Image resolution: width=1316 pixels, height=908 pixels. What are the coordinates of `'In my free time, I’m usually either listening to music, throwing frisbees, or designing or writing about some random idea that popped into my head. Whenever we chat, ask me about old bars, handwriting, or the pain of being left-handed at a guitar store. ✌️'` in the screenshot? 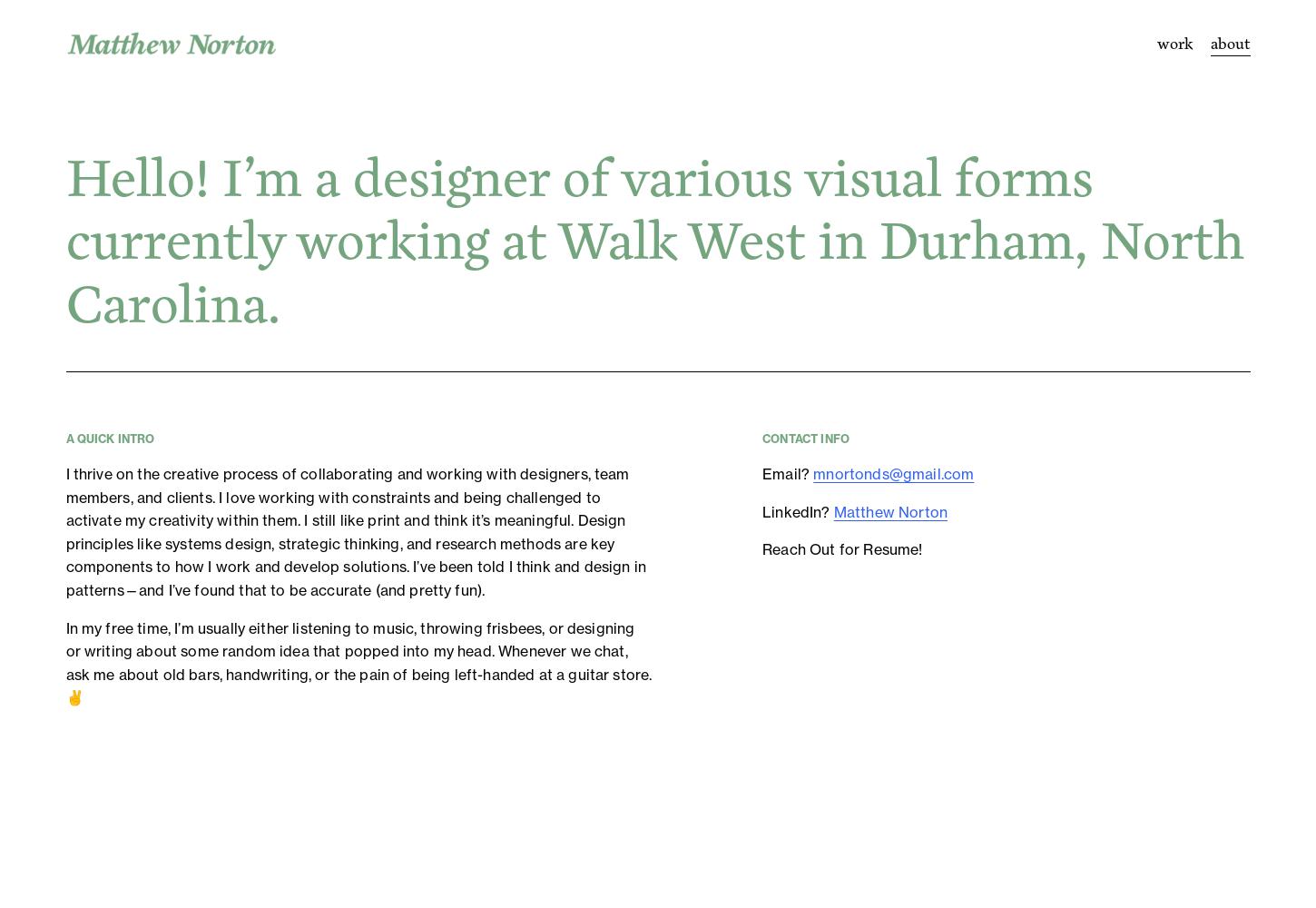 It's located at (359, 661).